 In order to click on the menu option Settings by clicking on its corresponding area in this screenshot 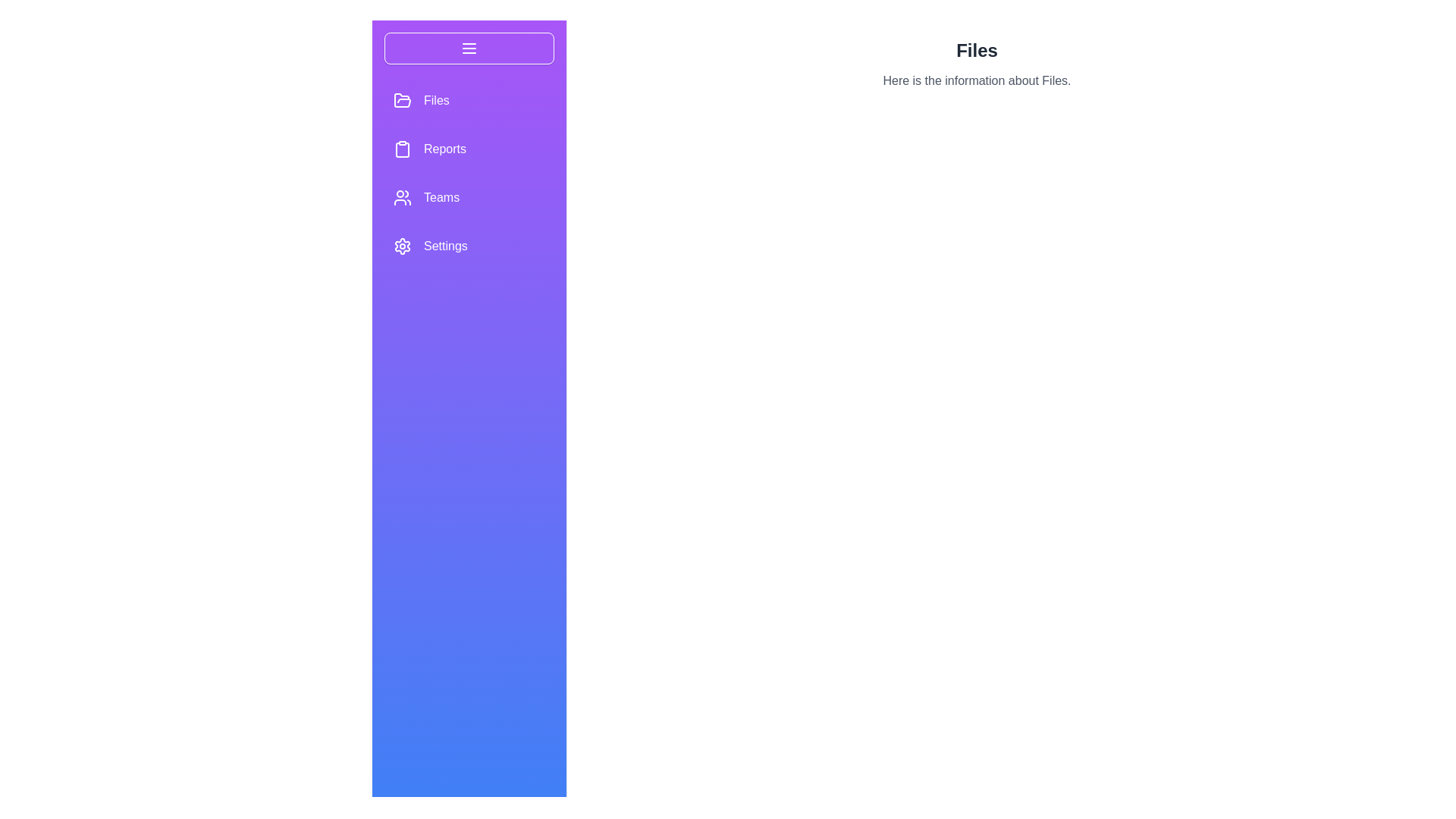, I will do `click(469, 245)`.